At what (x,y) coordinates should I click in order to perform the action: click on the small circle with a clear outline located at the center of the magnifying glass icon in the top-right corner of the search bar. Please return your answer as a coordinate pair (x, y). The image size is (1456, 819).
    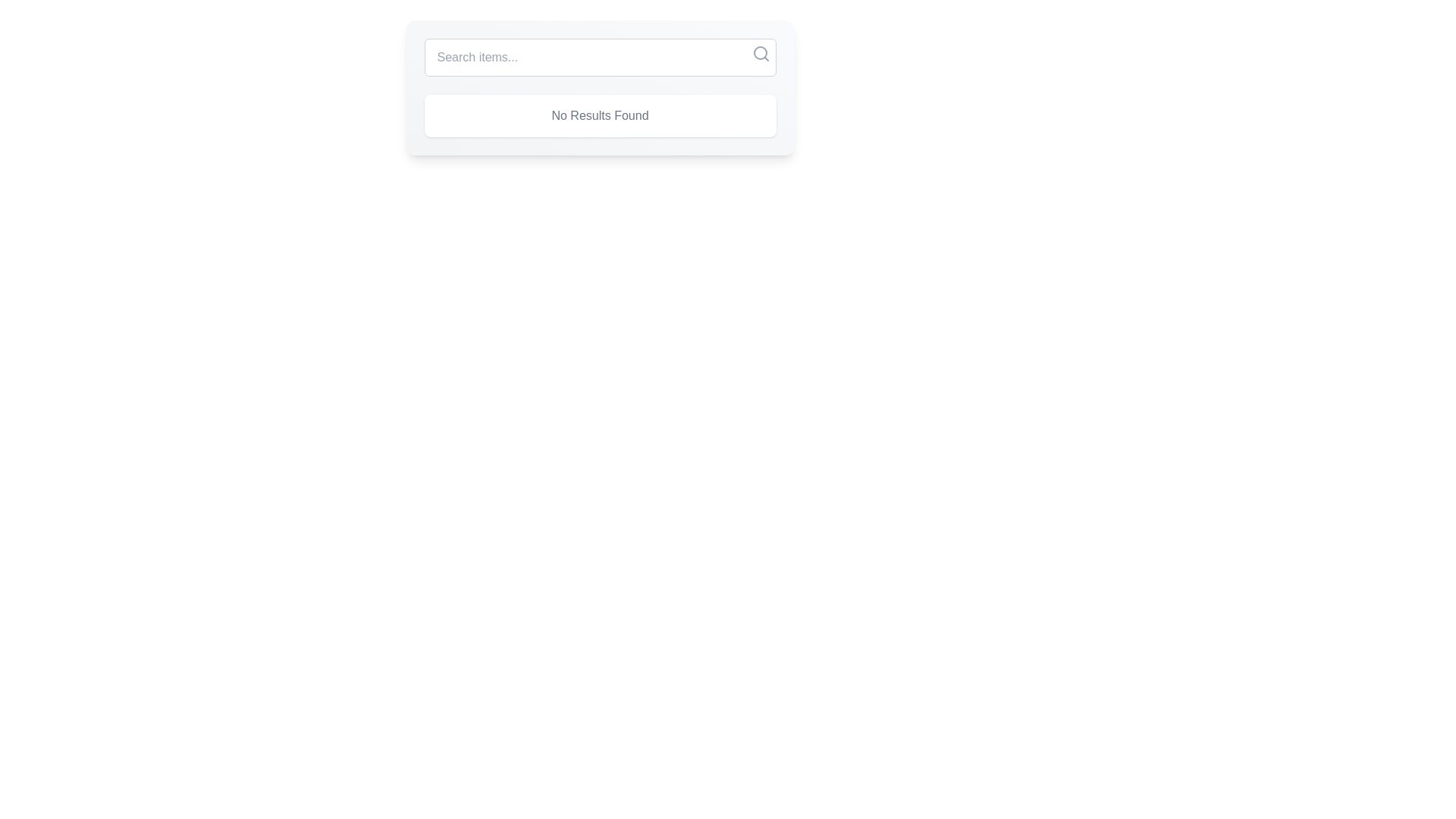
    Looking at the image, I should click on (760, 52).